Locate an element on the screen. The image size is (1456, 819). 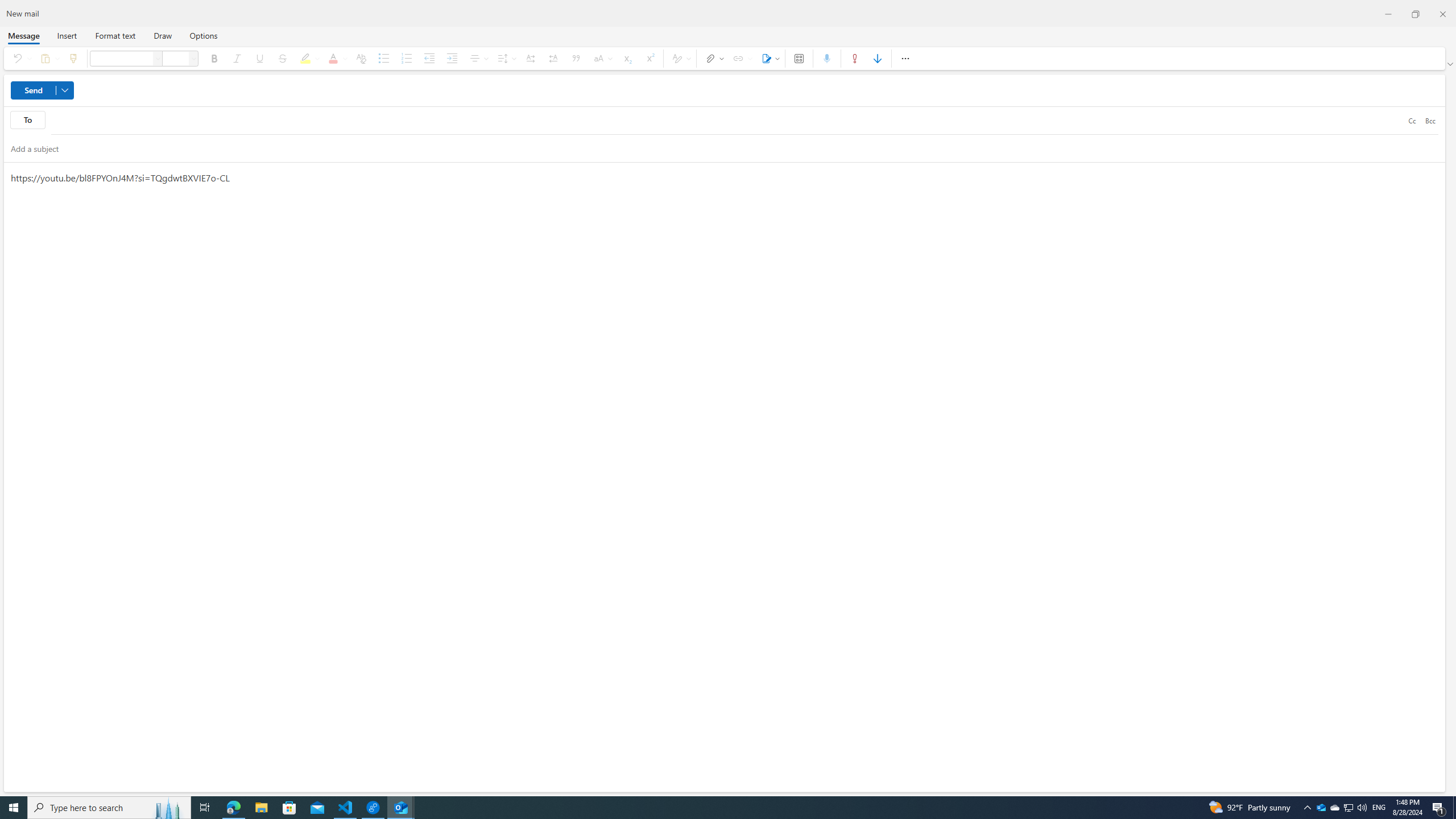
'Low importance' is located at coordinates (877, 58).